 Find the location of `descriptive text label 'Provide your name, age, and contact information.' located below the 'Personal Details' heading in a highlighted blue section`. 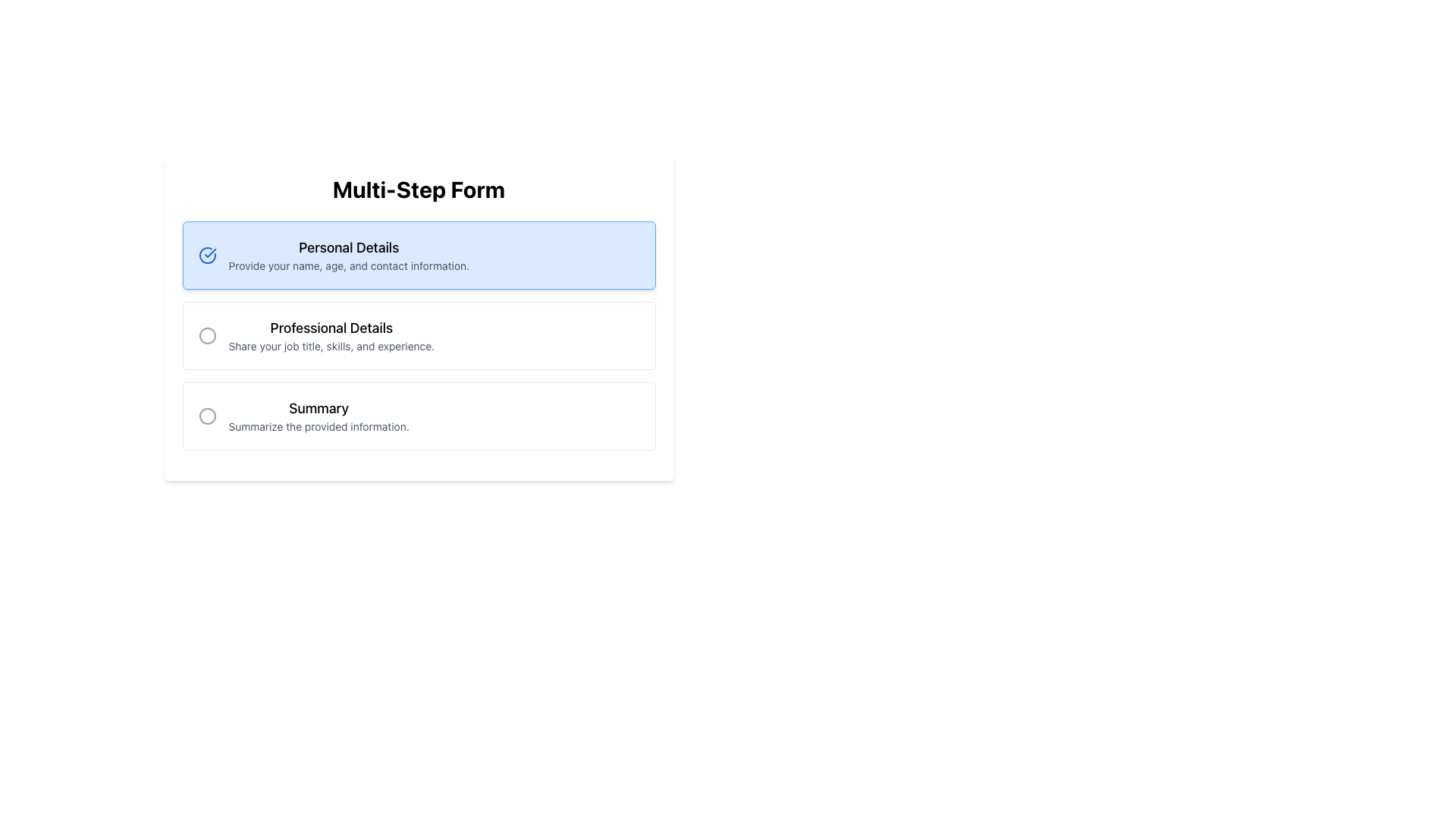

descriptive text label 'Provide your name, age, and contact information.' located below the 'Personal Details' heading in a highlighted blue section is located at coordinates (348, 265).